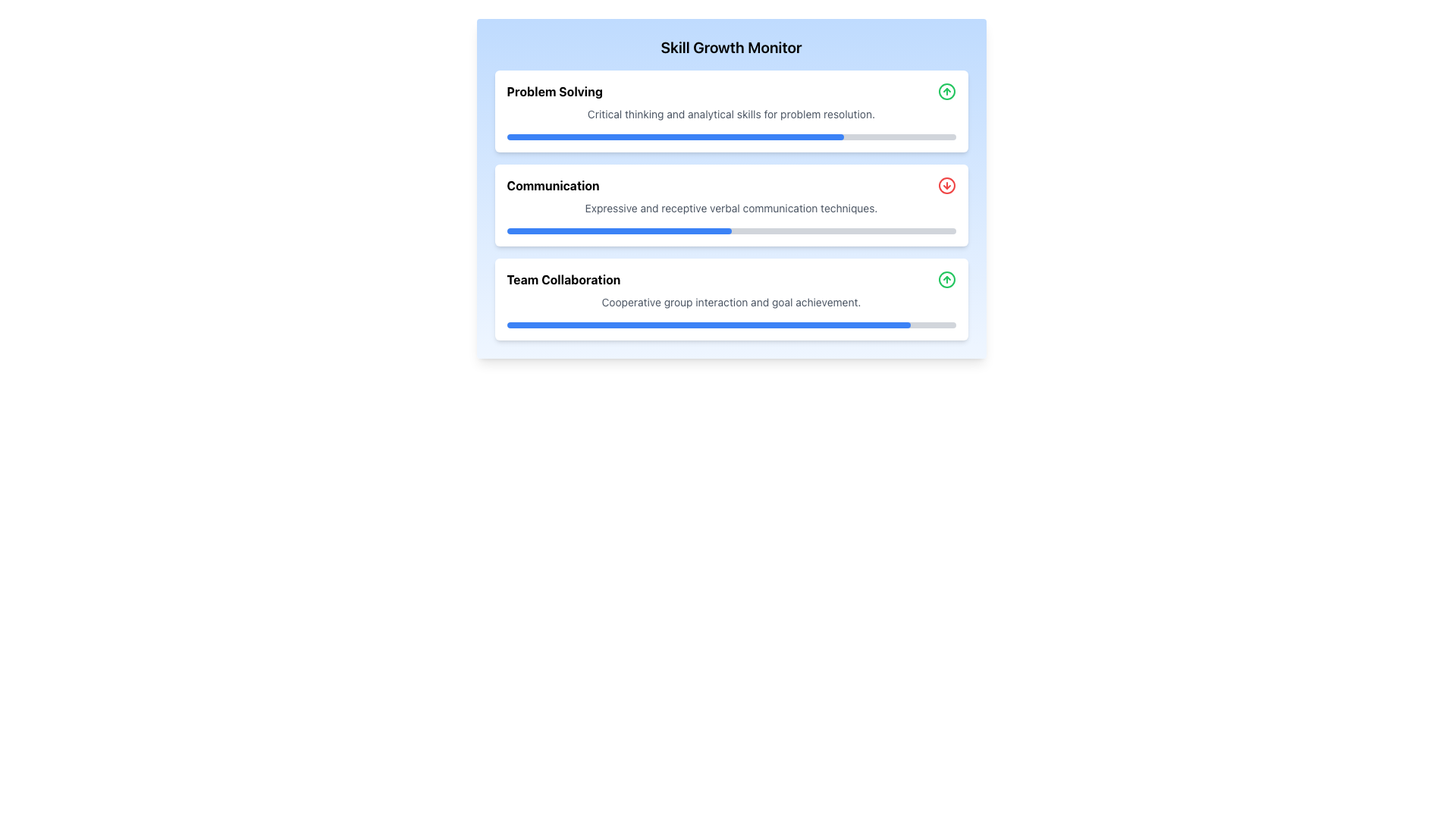 The height and width of the screenshot is (819, 1456). I want to click on the upward-pointing arrow icon encircled by a green circle located on the rightmost side of the 'Team Collaboration' section, so click(946, 280).